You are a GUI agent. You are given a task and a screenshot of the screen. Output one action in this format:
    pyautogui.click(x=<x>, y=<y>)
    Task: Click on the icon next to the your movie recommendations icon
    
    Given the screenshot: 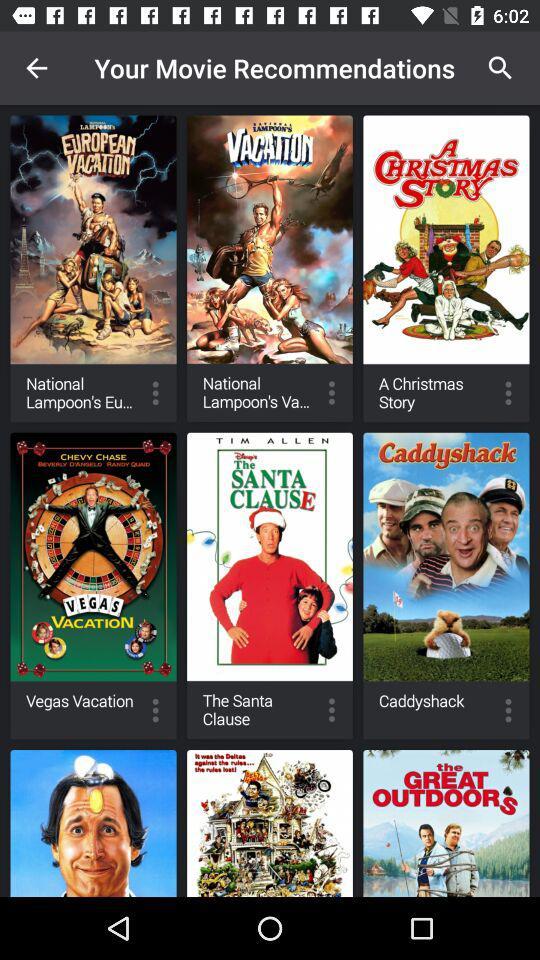 What is the action you would take?
    pyautogui.click(x=499, y=68)
    